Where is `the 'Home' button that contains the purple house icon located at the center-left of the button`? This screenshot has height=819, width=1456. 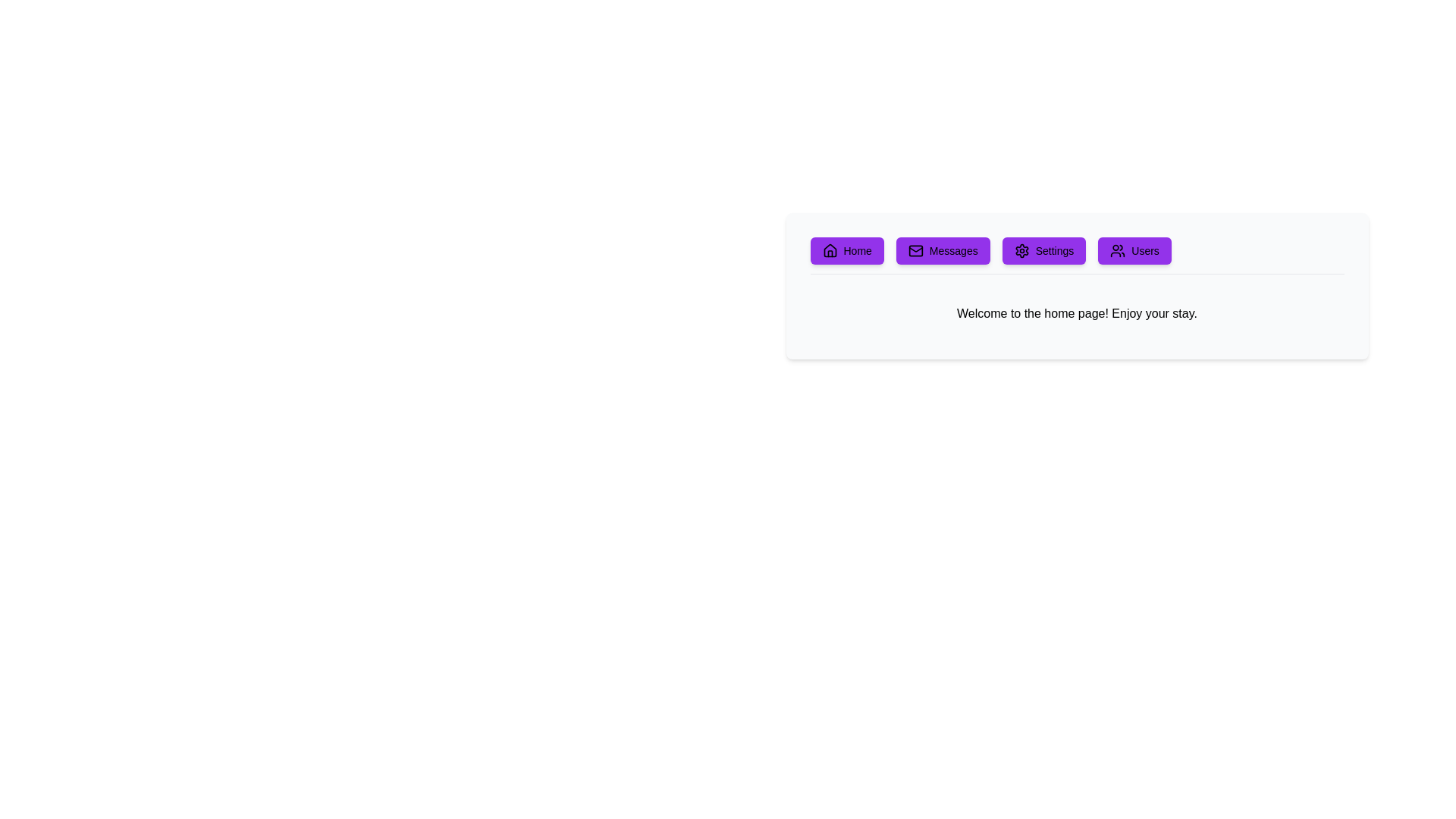
the 'Home' button that contains the purple house icon located at the center-left of the button is located at coordinates (829, 250).